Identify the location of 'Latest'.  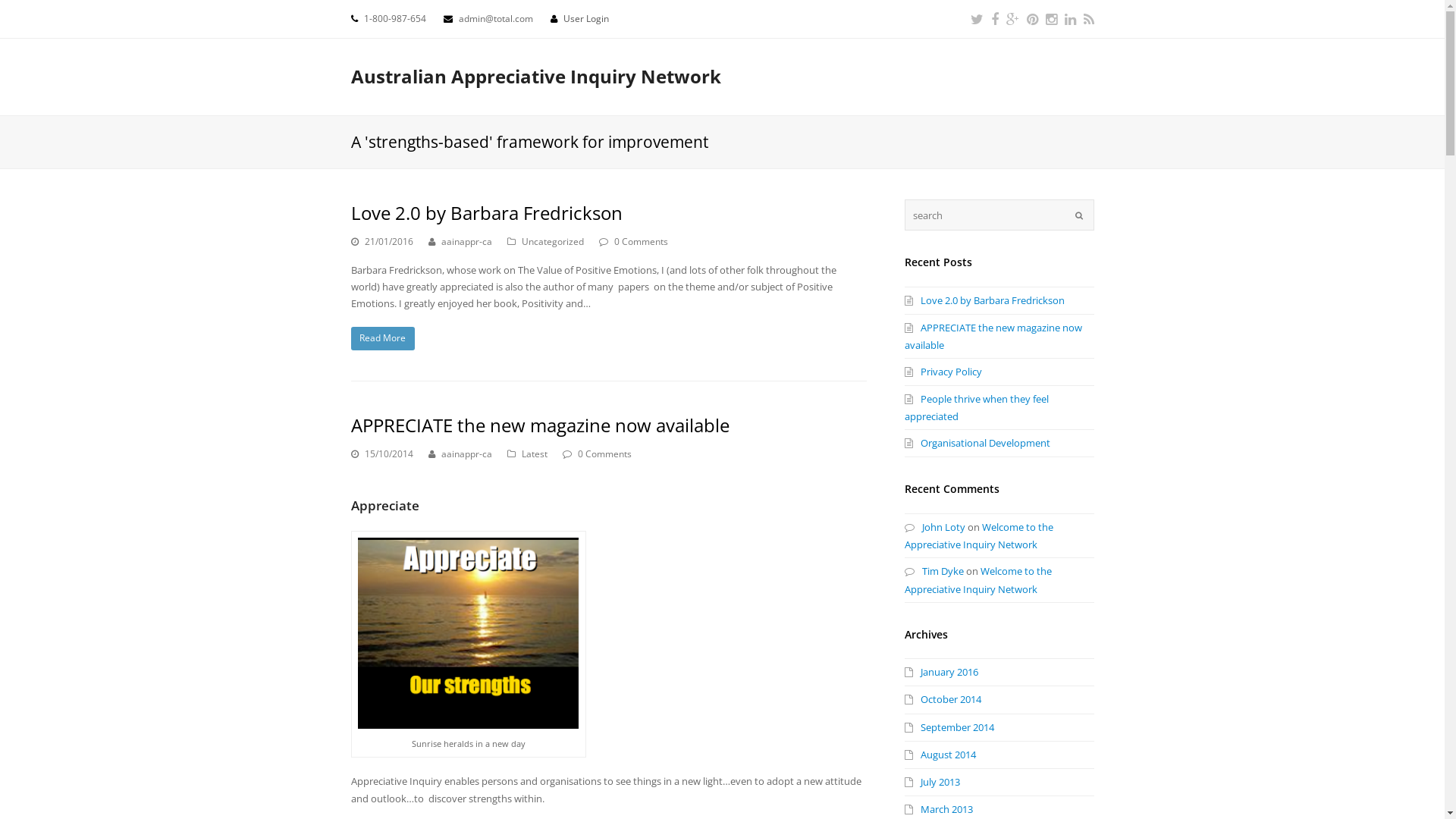
(535, 453).